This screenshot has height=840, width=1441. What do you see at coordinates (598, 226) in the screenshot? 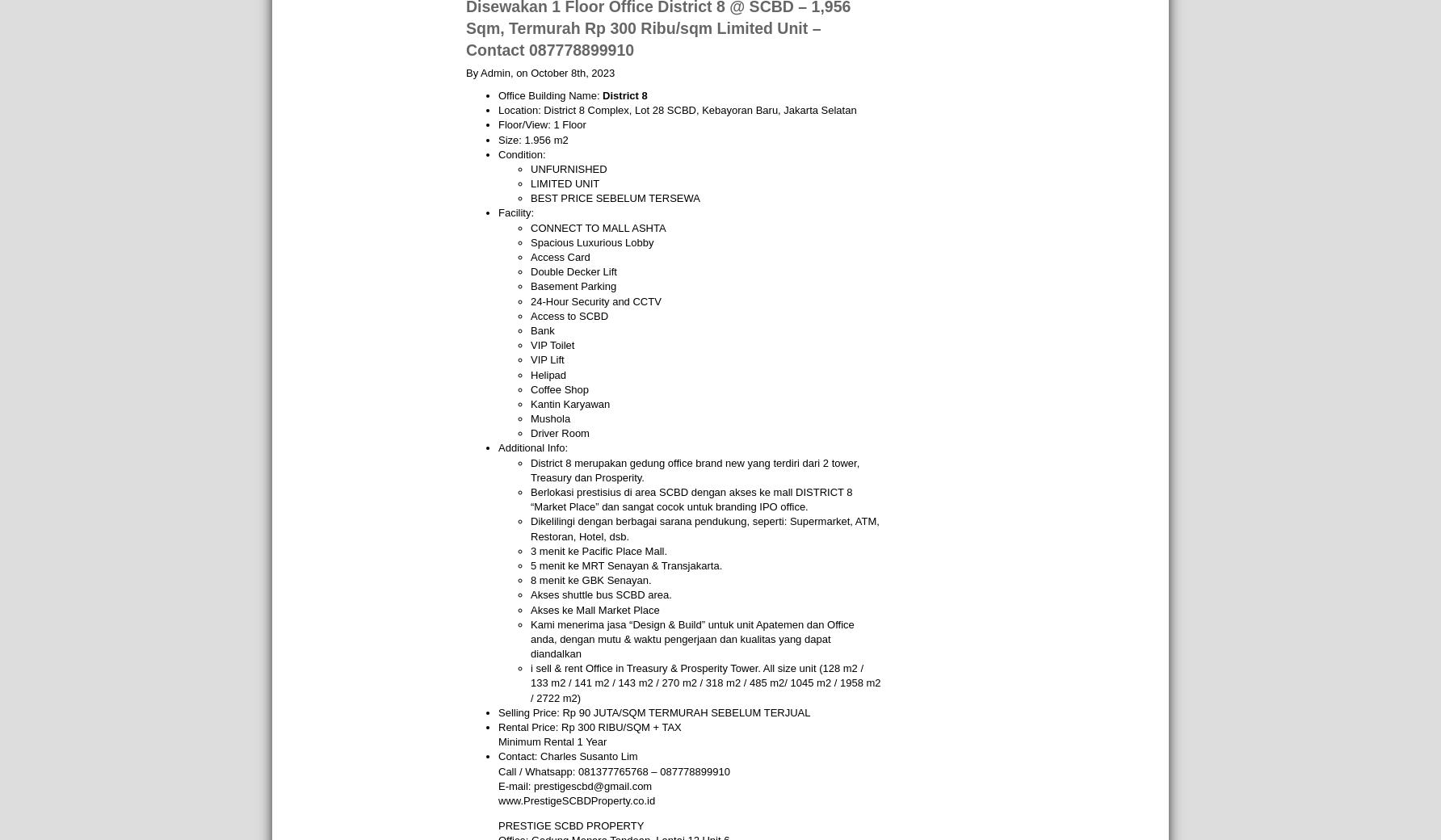
I see `'CONNECT TO MALL ASHTA'` at bounding box center [598, 226].